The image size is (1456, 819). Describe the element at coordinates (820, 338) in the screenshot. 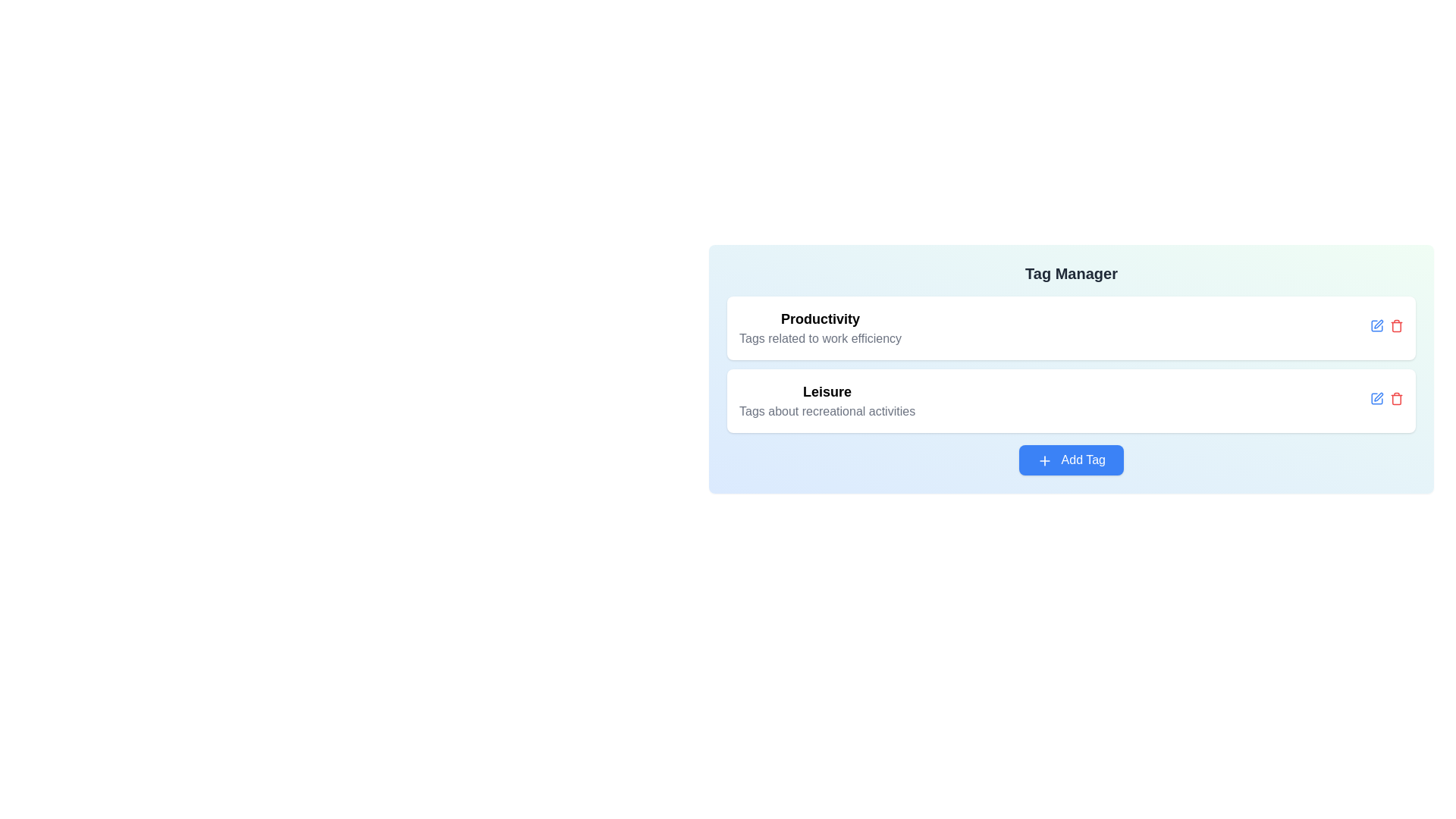

I see `the Text Label displaying 'Tags related to work efficiency' located below the title 'Productivity'` at that location.